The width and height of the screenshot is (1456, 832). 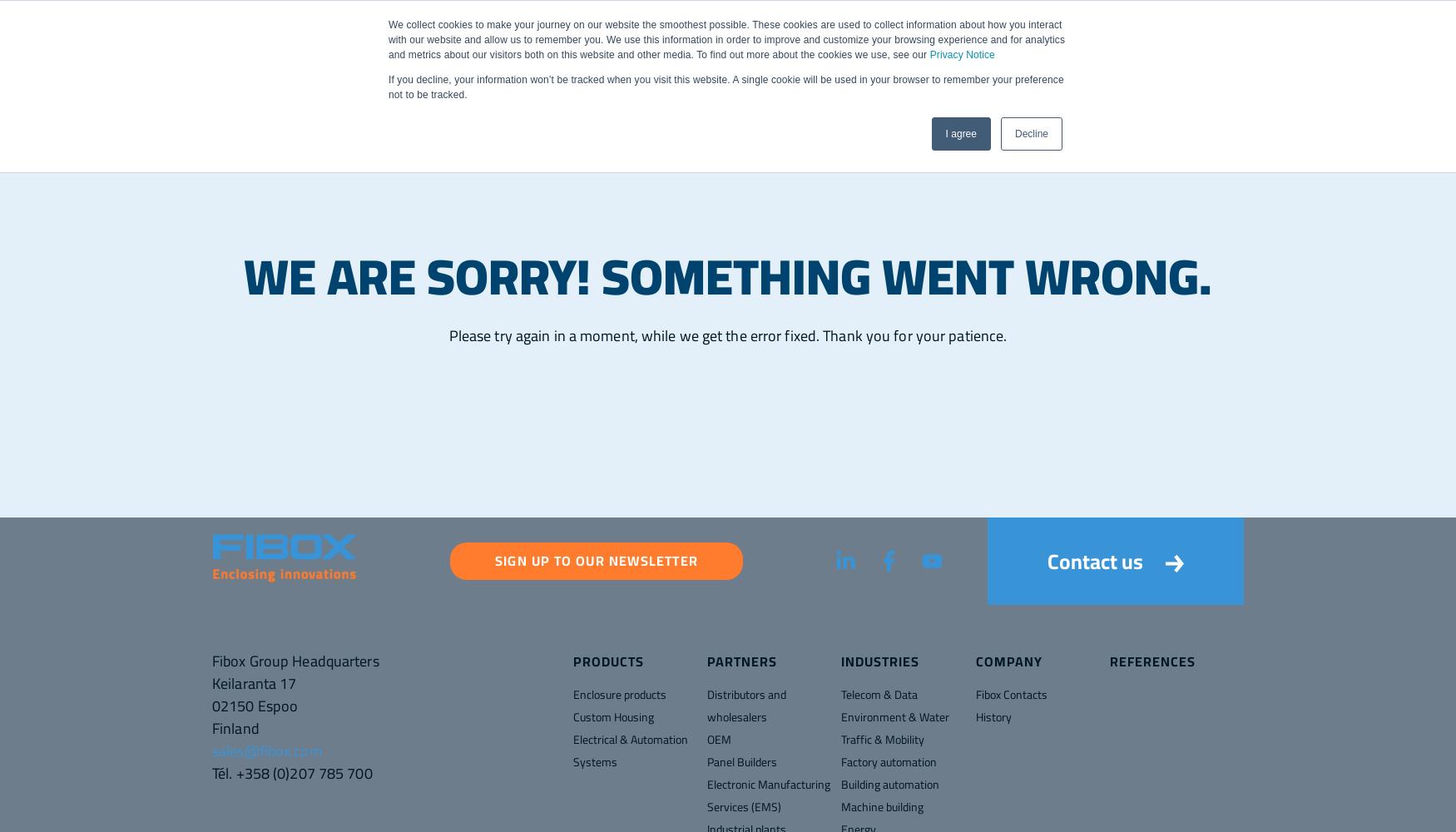 I want to click on 'Panel Builders', so click(x=706, y=762).